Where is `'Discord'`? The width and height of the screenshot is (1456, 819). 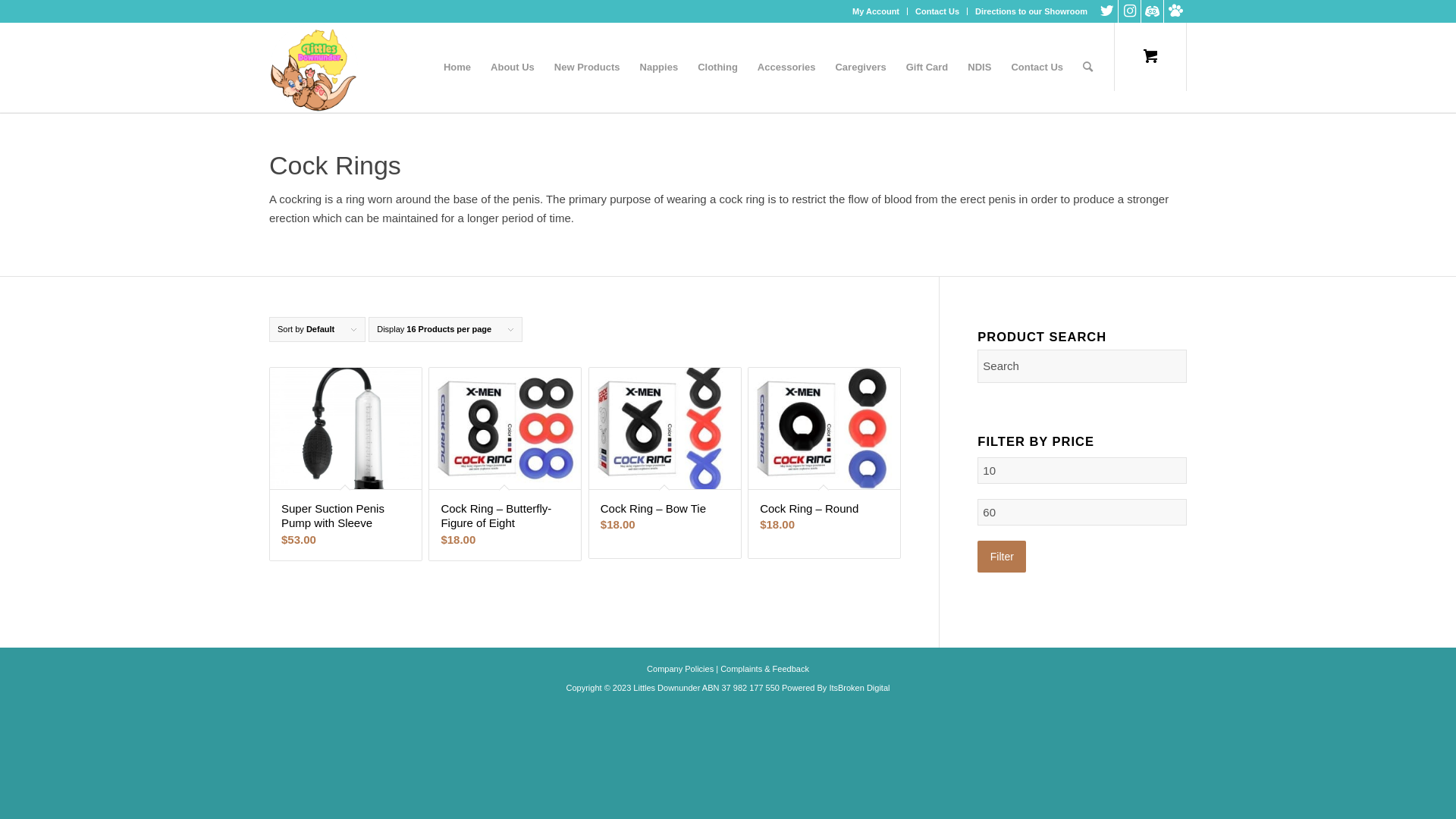 'Discord' is located at coordinates (1152, 11).